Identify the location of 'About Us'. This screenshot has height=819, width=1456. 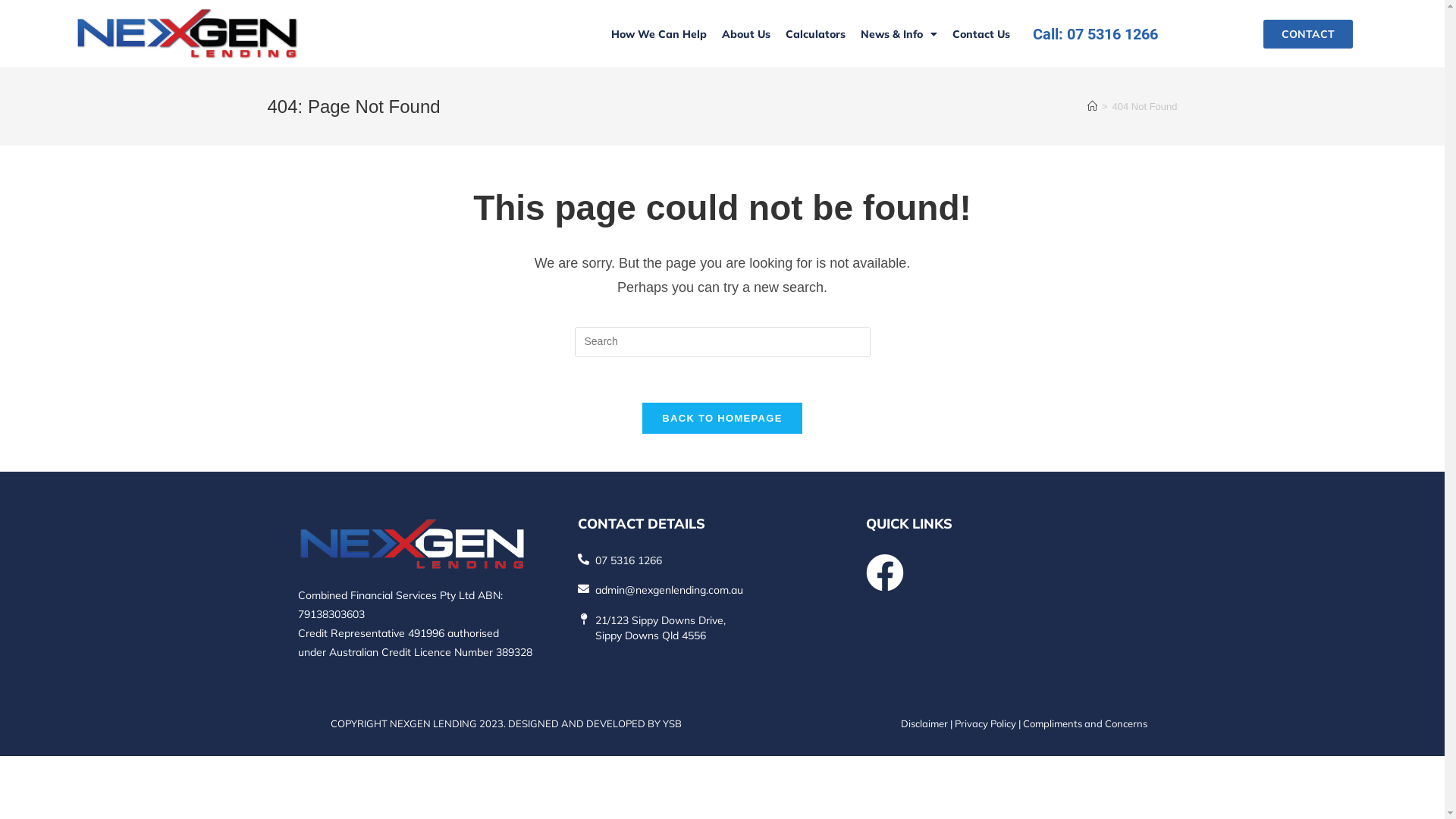
(745, 34).